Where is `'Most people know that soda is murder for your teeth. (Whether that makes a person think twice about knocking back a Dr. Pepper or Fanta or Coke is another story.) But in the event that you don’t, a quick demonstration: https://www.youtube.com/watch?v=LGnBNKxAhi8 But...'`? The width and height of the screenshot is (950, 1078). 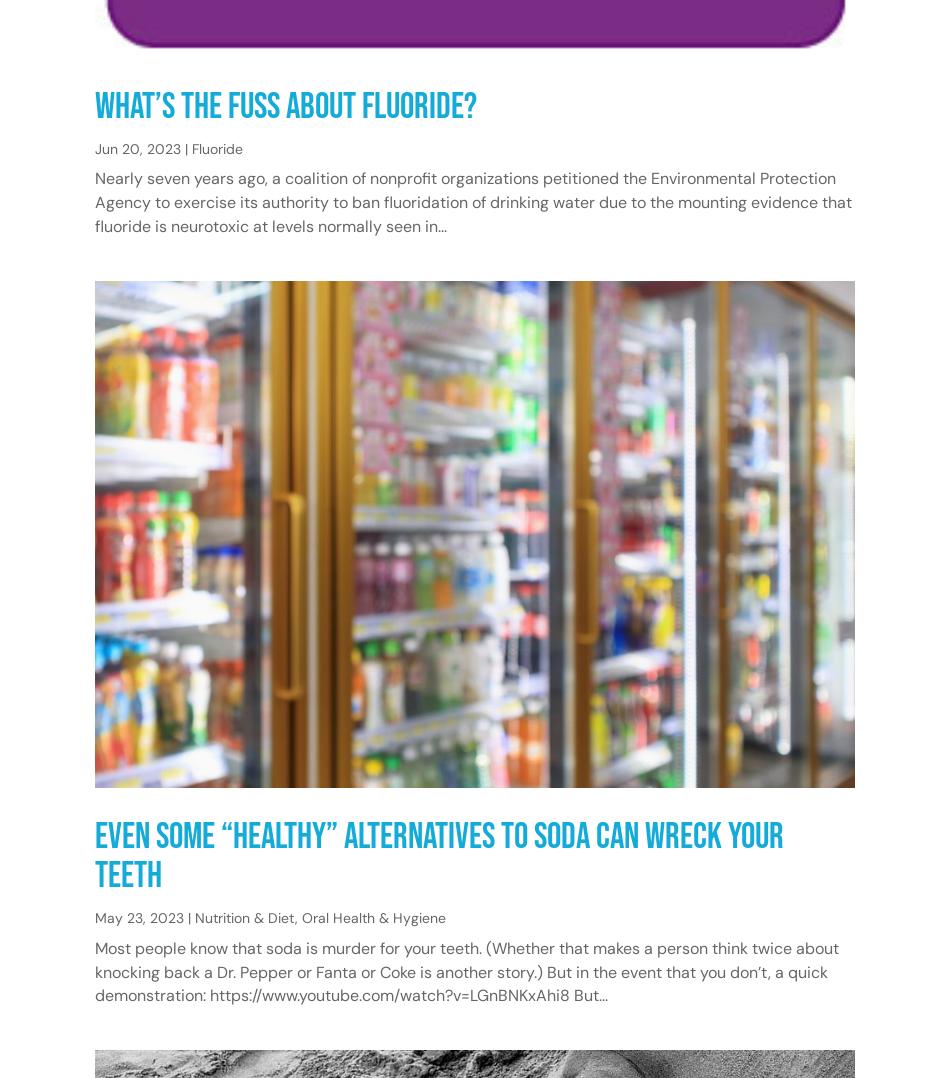
'Most people know that soda is murder for your teeth. (Whether that makes a person think twice about knocking back a Dr. Pepper or Fanta or Coke is another story.) But in the event that you don’t, a quick demonstration: https://www.youtube.com/watch?v=LGnBNKxAhi8 But...' is located at coordinates (466, 971).